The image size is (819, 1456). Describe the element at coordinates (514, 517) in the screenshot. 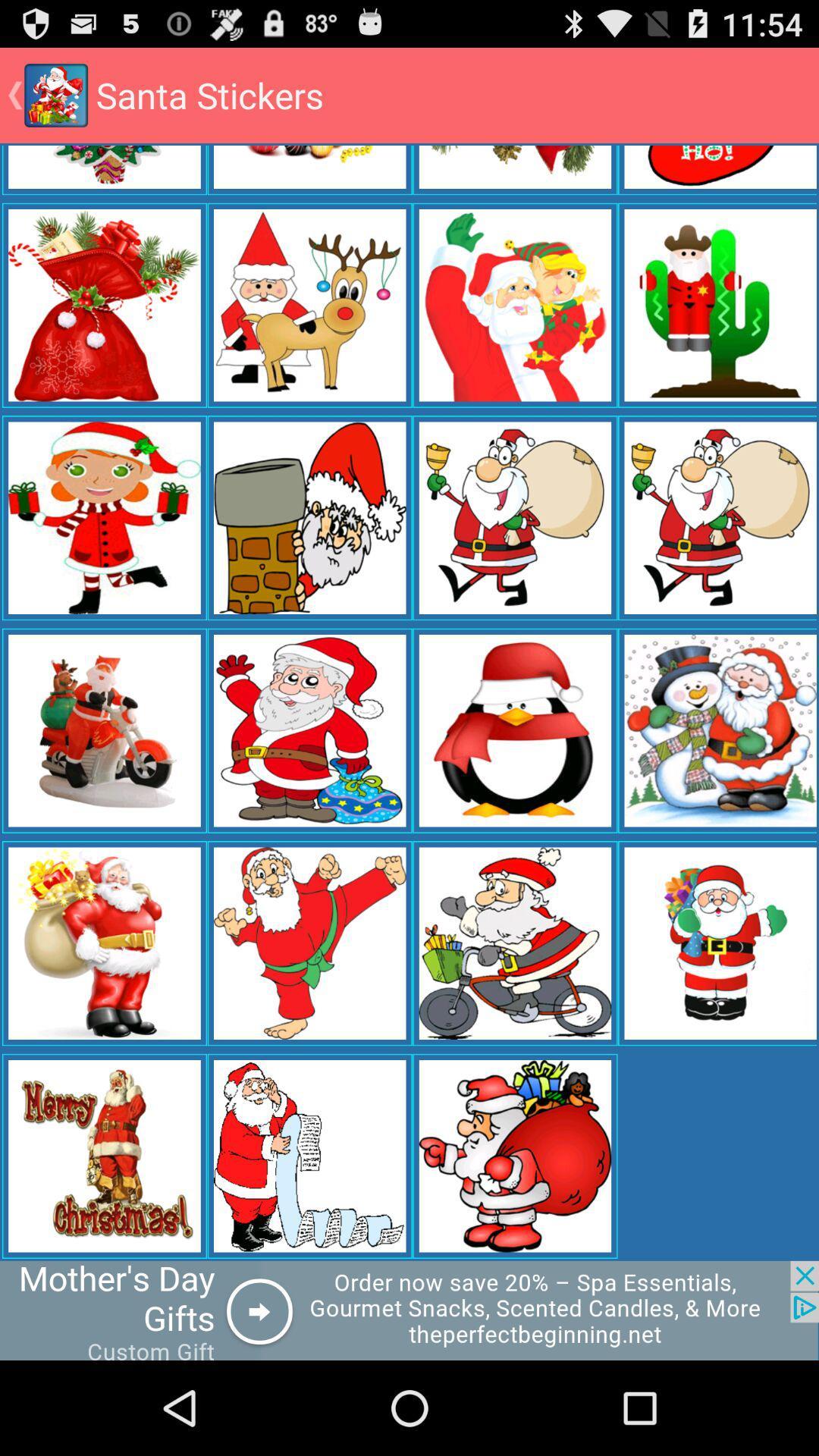

I see `the image in third column fourth row from the bottom` at that location.